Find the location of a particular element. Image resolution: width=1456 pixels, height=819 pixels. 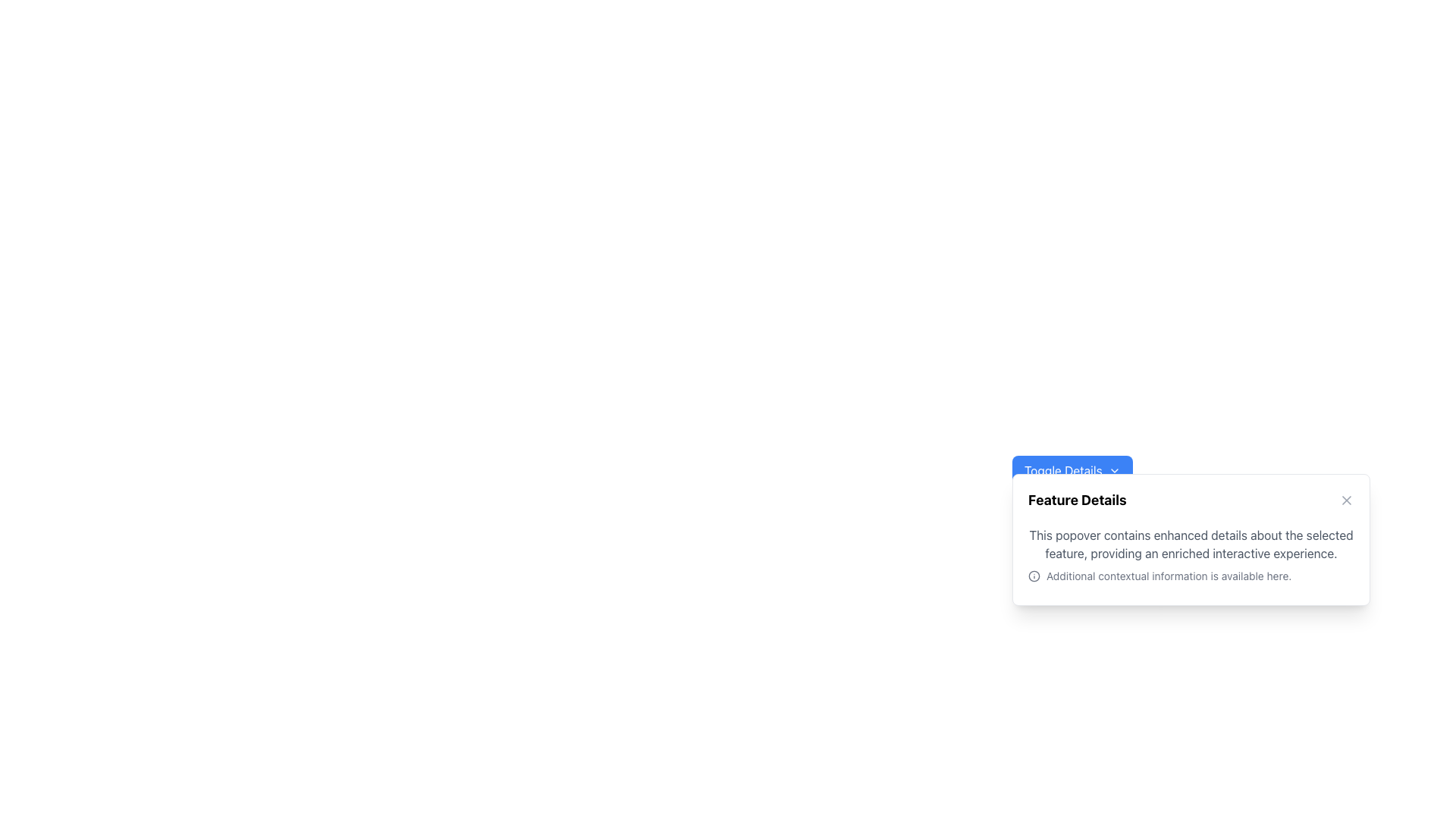

the close button located in the top-right corner of the 'Feature Details' popup is located at coordinates (1347, 500).